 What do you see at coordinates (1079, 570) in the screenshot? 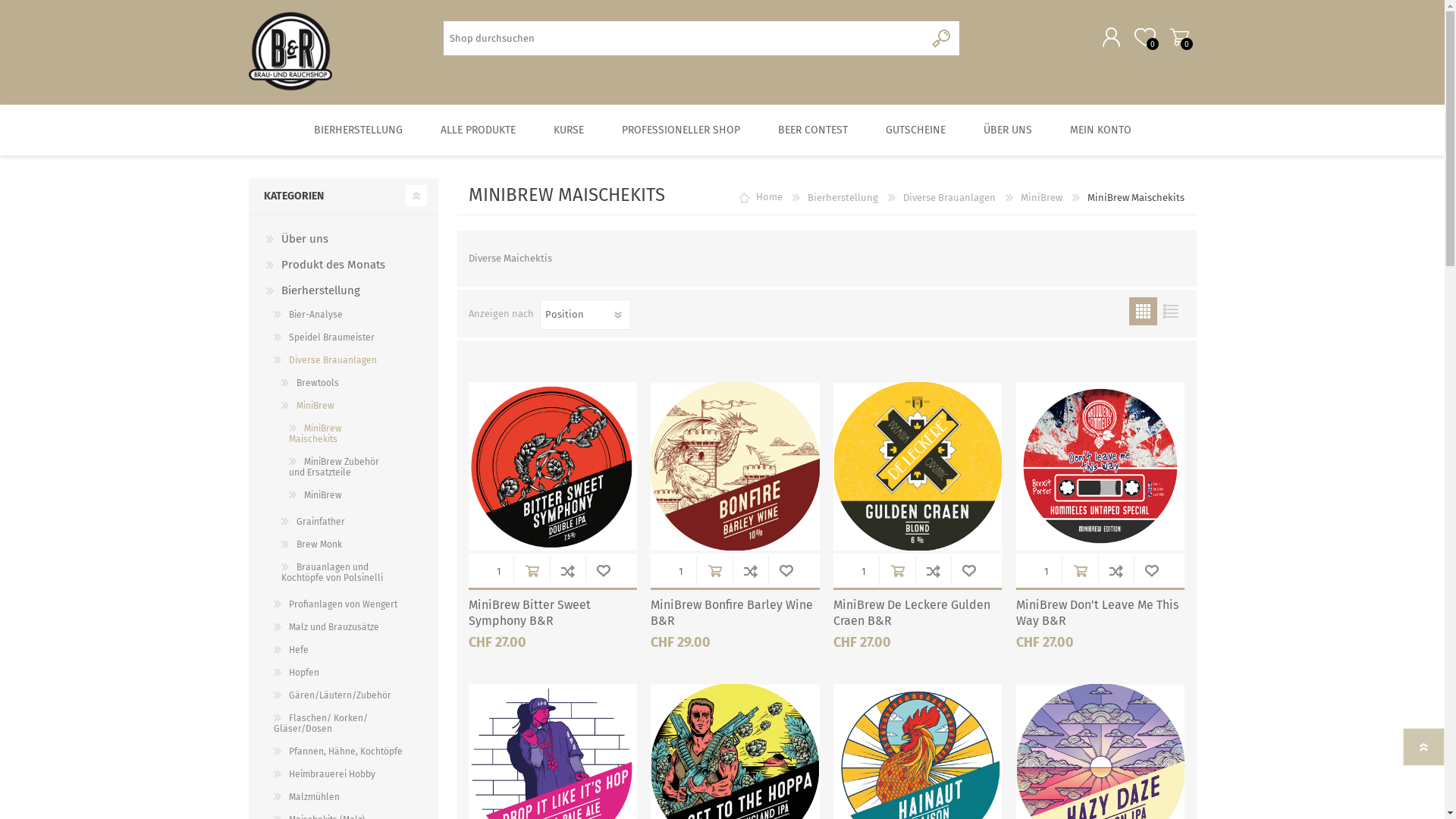
I see `'in Warenkorb'` at bounding box center [1079, 570].